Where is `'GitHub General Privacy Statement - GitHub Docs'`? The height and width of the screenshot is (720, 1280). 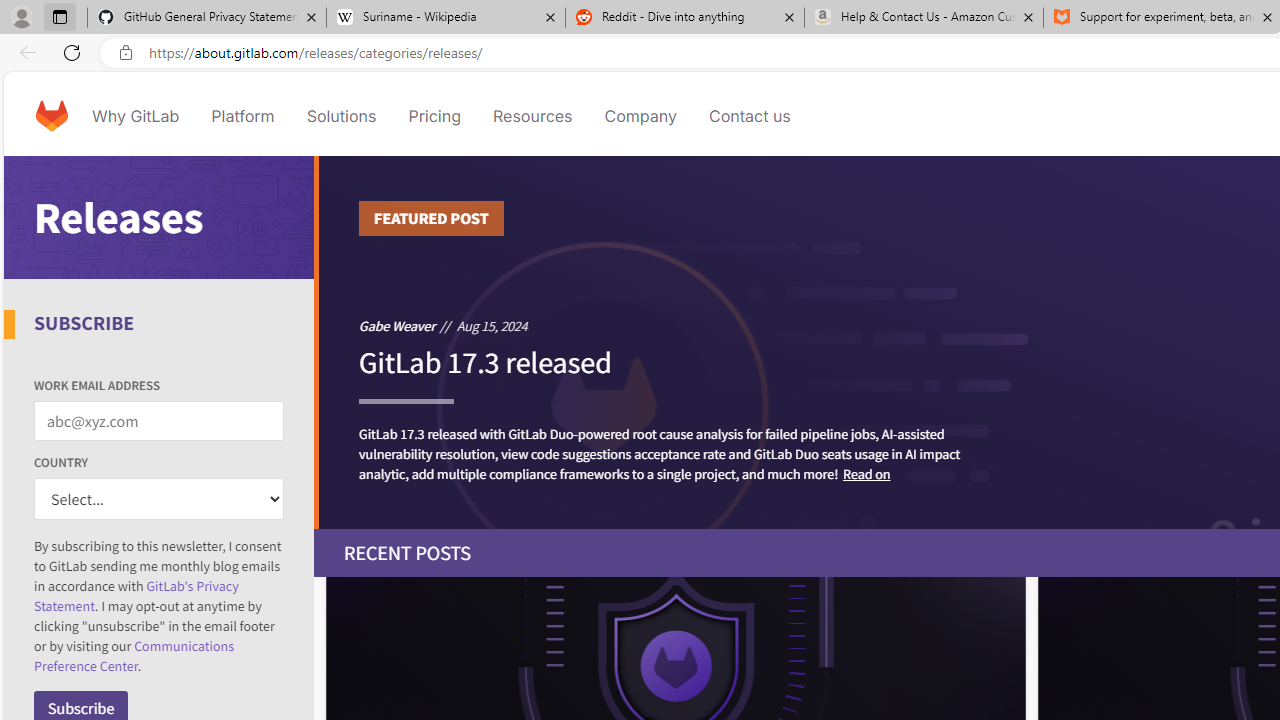
'GitHub General Privacy Statement - GitHub Docs' is located at coordinates (207, 17).